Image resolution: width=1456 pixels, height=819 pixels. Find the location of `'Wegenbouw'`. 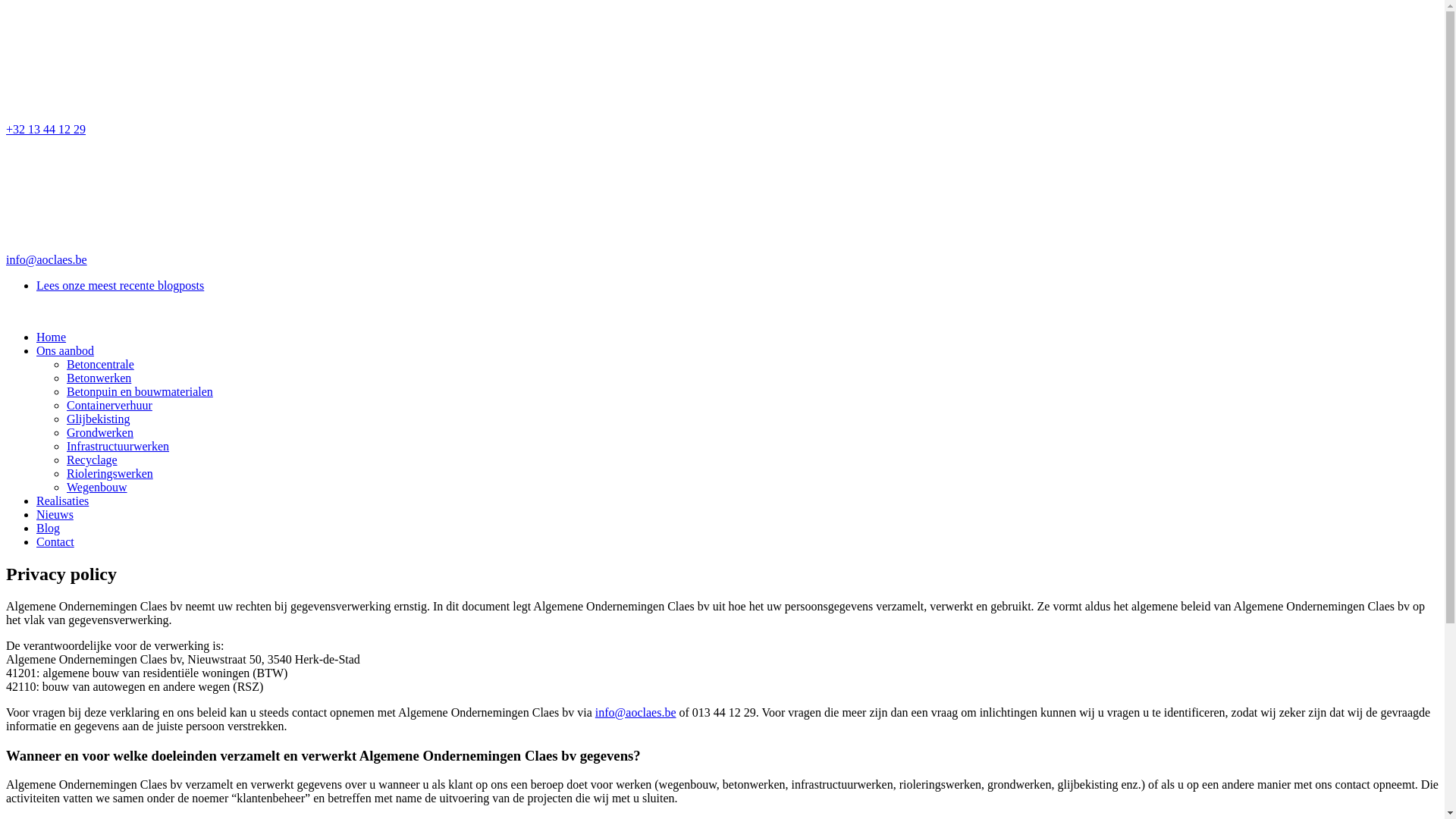

'Wegenbouw' is located at coordinates (96, 487).